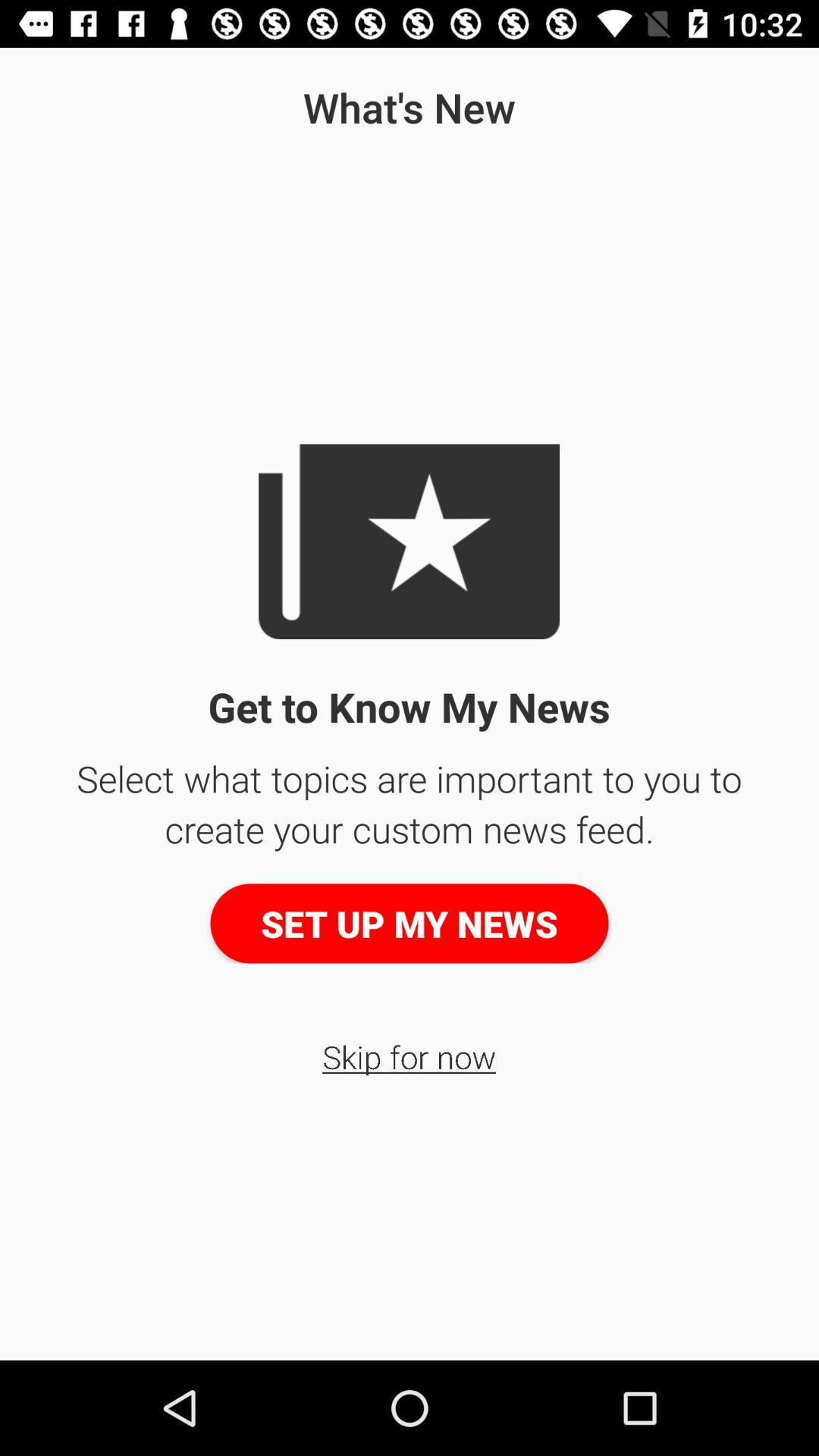  Describe the element at coordinates (408, 1056) in the screenshot. I see `skip for now item` at that location.